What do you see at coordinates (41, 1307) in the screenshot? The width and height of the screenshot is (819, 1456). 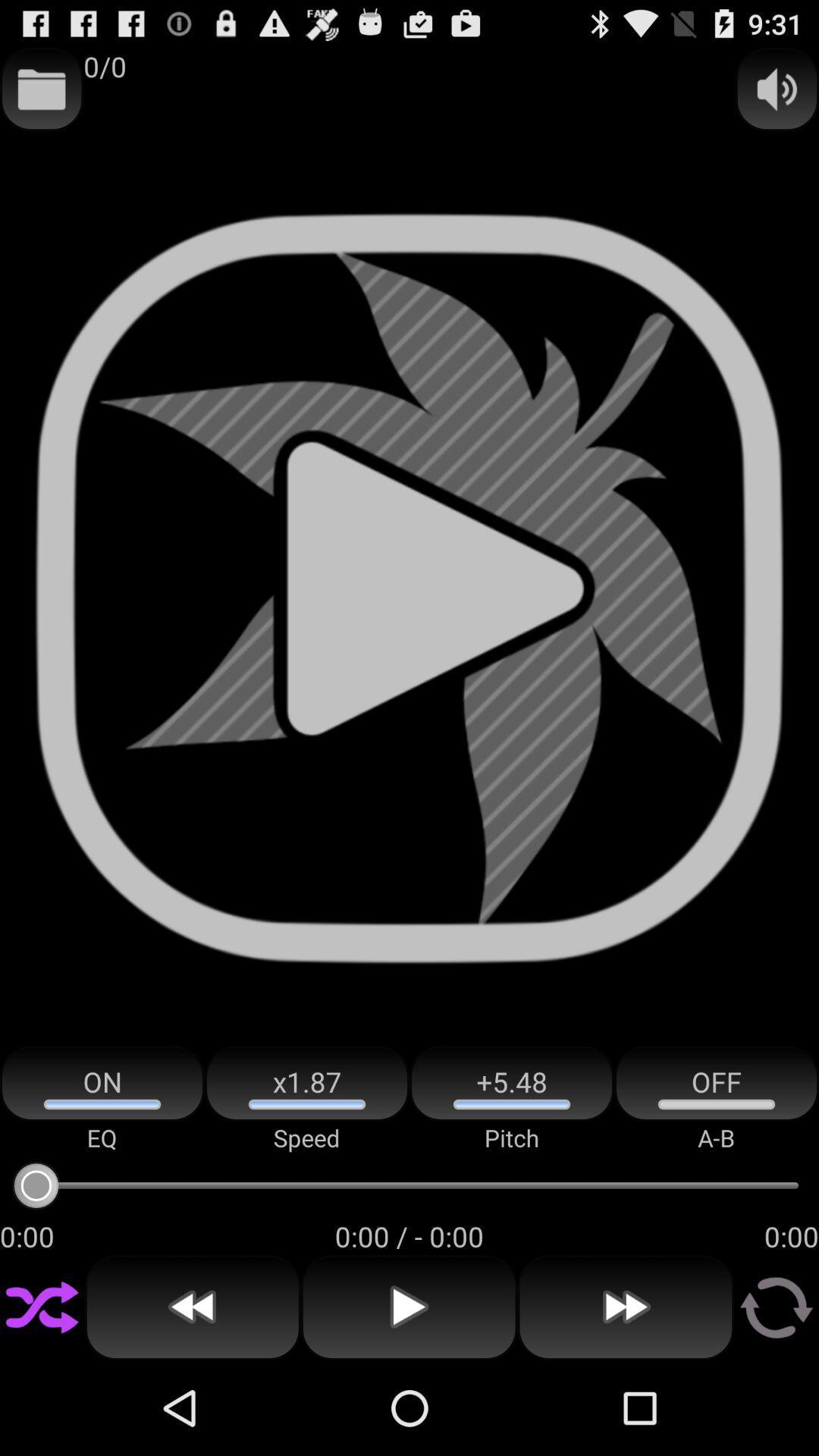 I see `the app below the 0:00` at bounding box center [41, 1307].